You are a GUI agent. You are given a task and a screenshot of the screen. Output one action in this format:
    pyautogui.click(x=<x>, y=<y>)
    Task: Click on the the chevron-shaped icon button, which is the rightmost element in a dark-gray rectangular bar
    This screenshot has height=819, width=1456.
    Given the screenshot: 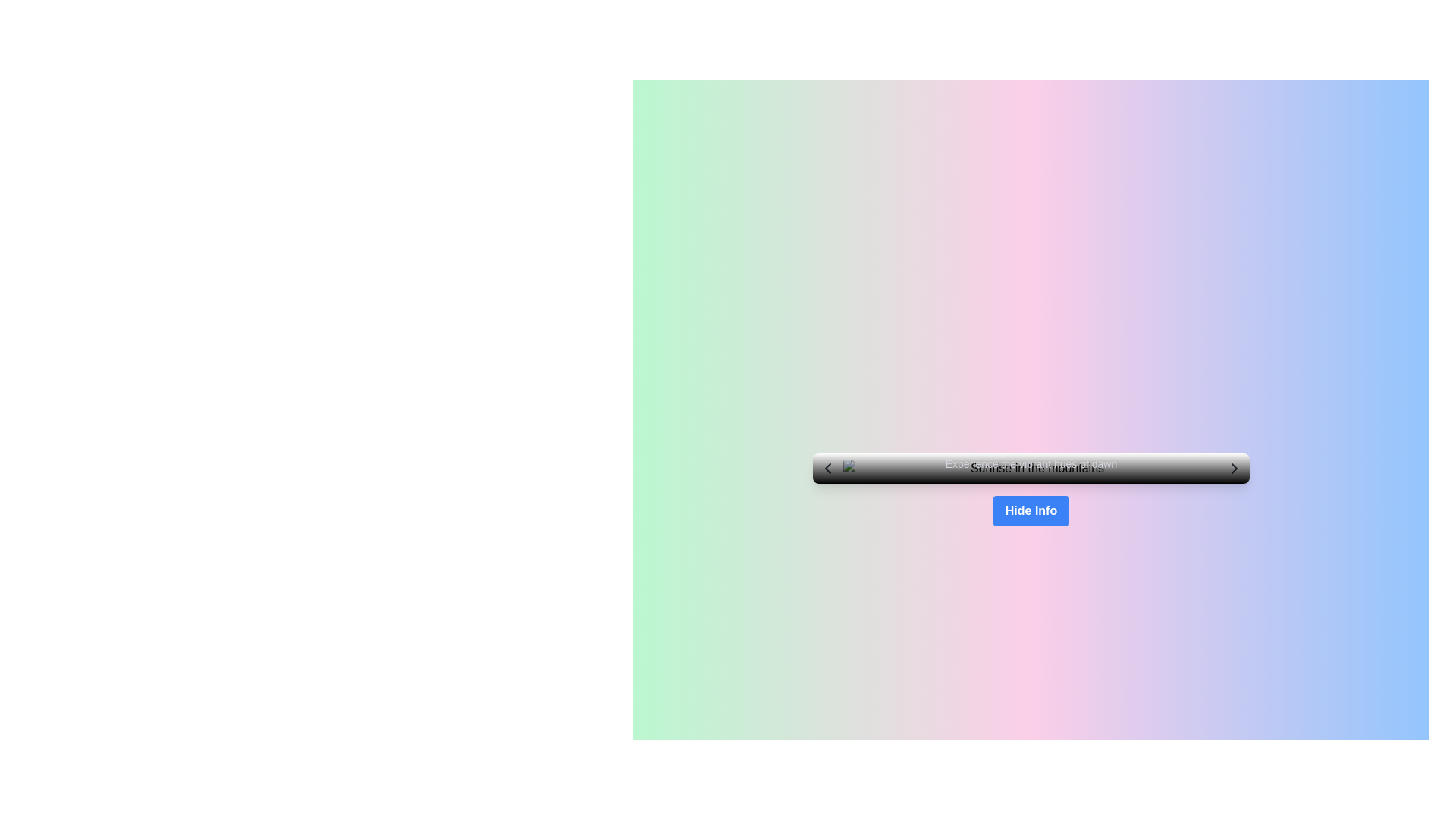 What is the action you would take?
    pyautogui.click(x=1234, y=467)
    